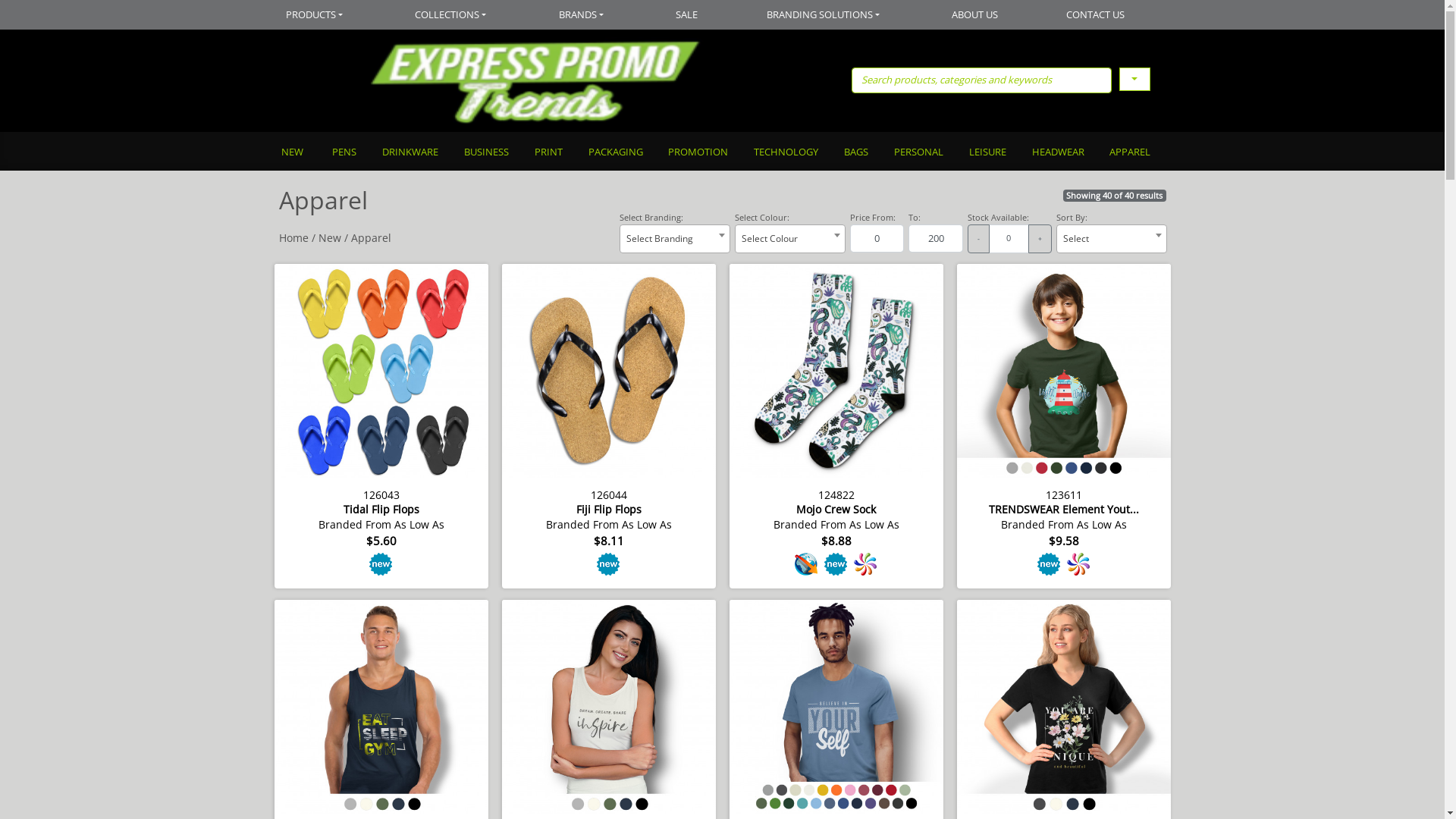 This screenshot has height=819, width=1456. Describe the element at coordinates (582, 14) in the screenshot. I see `'BRANDS'` at that location.